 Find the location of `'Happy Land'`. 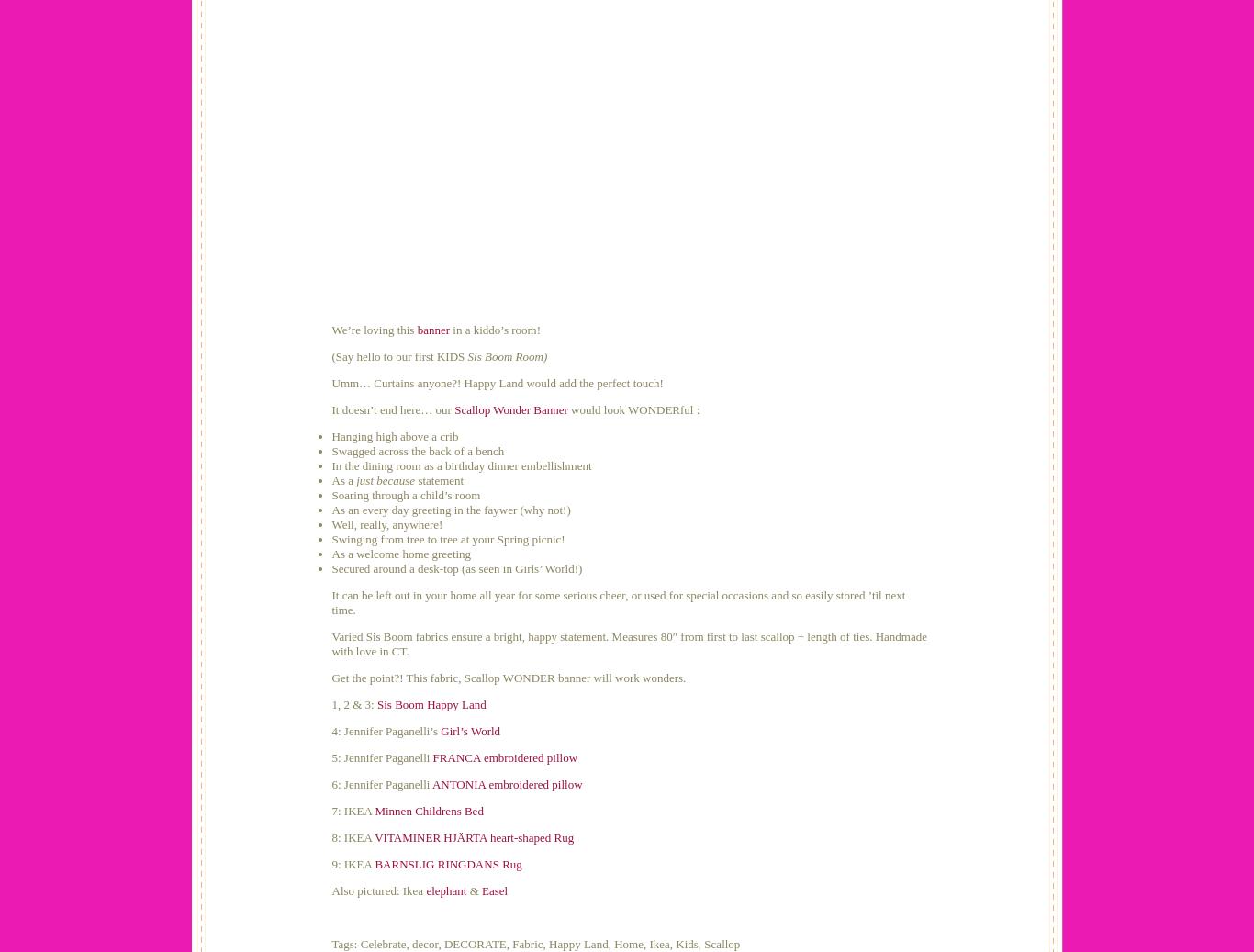

'Happy Land' is located at coordinates (577, 944).